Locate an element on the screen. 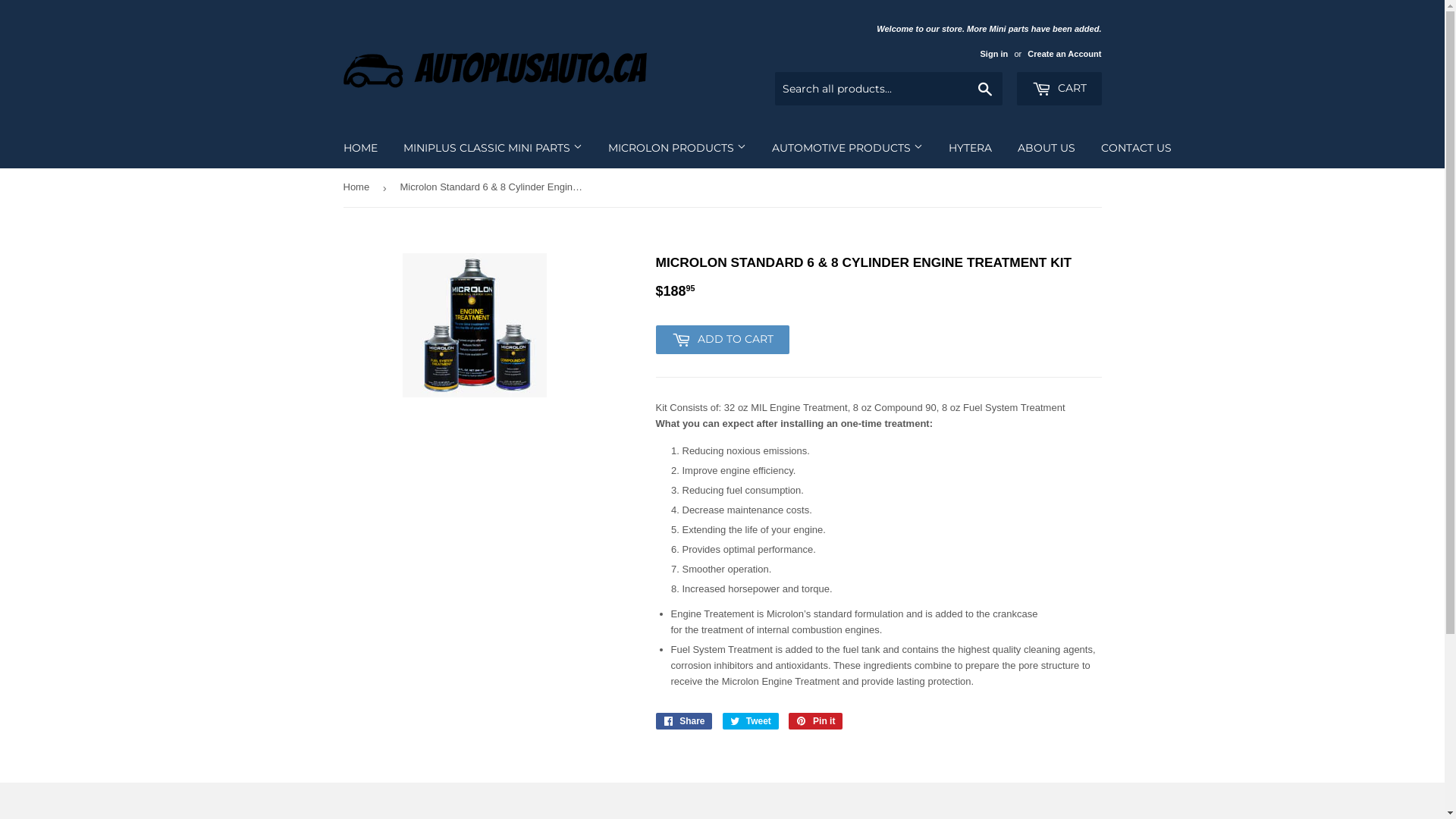 Image resolution: width=1456 pixels, height=819 pixels. 'ADD TO CART' is located at coordinates (655, 338).